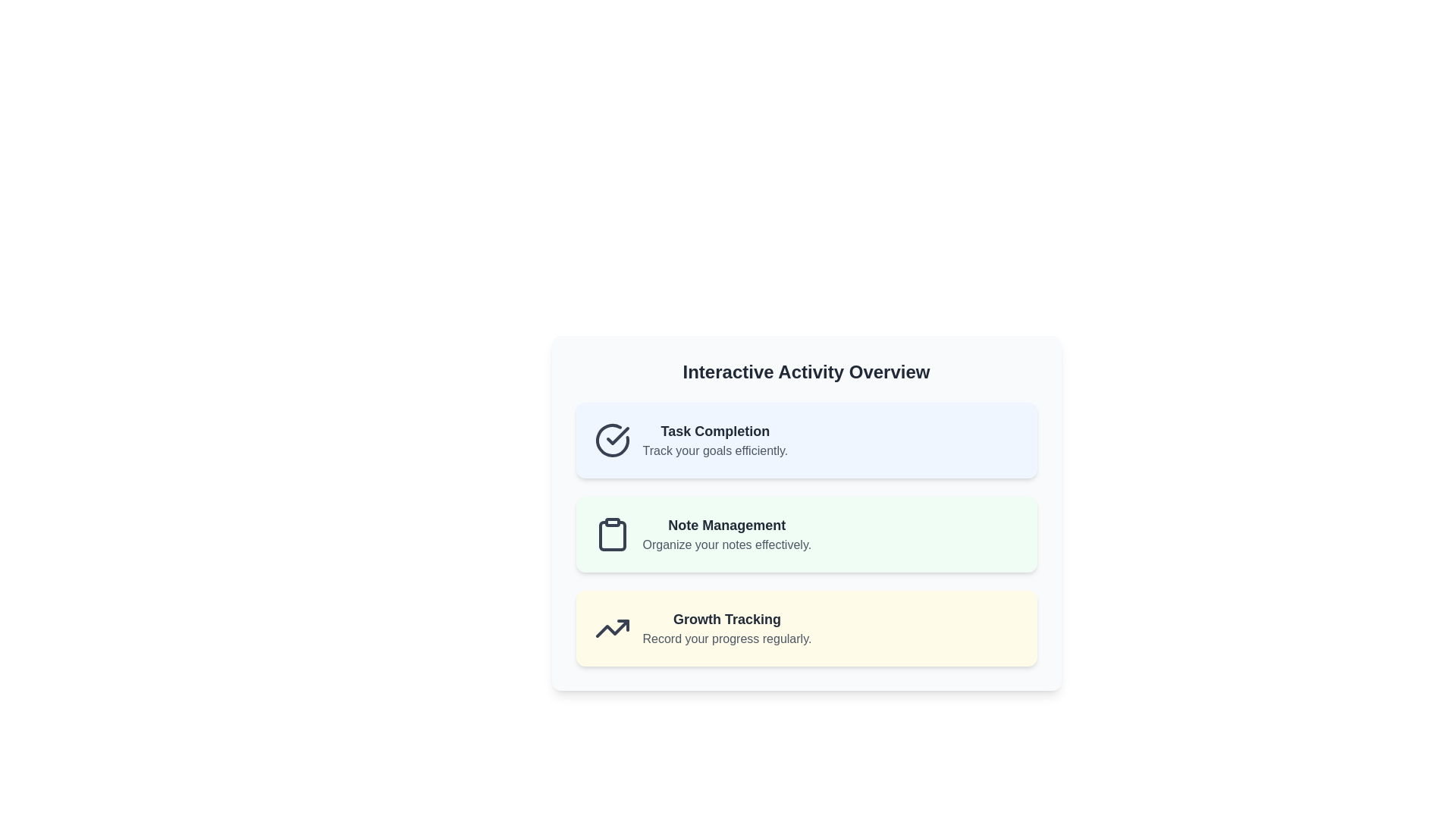 The width and height of the screenshot is (1456, 819). Describe the element at coordinates (805, 534) in the screenshot. I see `information on the 'Note Management' informational card, which highlights its purpose: 'Organize your notes effectively.' This card is the second in a vertical stack within the 'Interactive Activity Overview' panel` at that location.